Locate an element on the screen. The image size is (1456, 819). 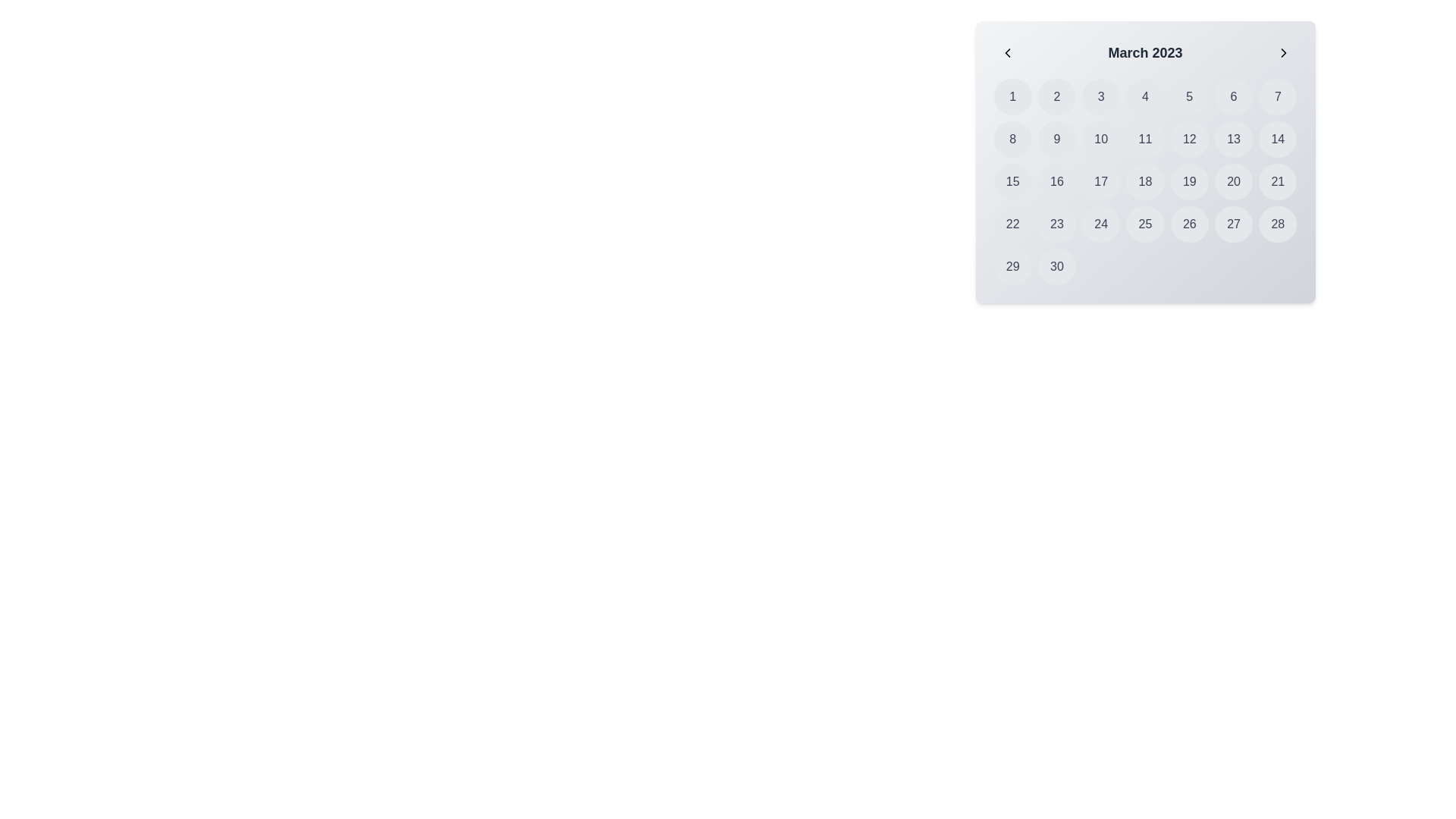
the Text Label that displays the current month and year in the calendar interface, positioned centrally at the top bar between navigation arrows is located at coordinates (1145, 52).